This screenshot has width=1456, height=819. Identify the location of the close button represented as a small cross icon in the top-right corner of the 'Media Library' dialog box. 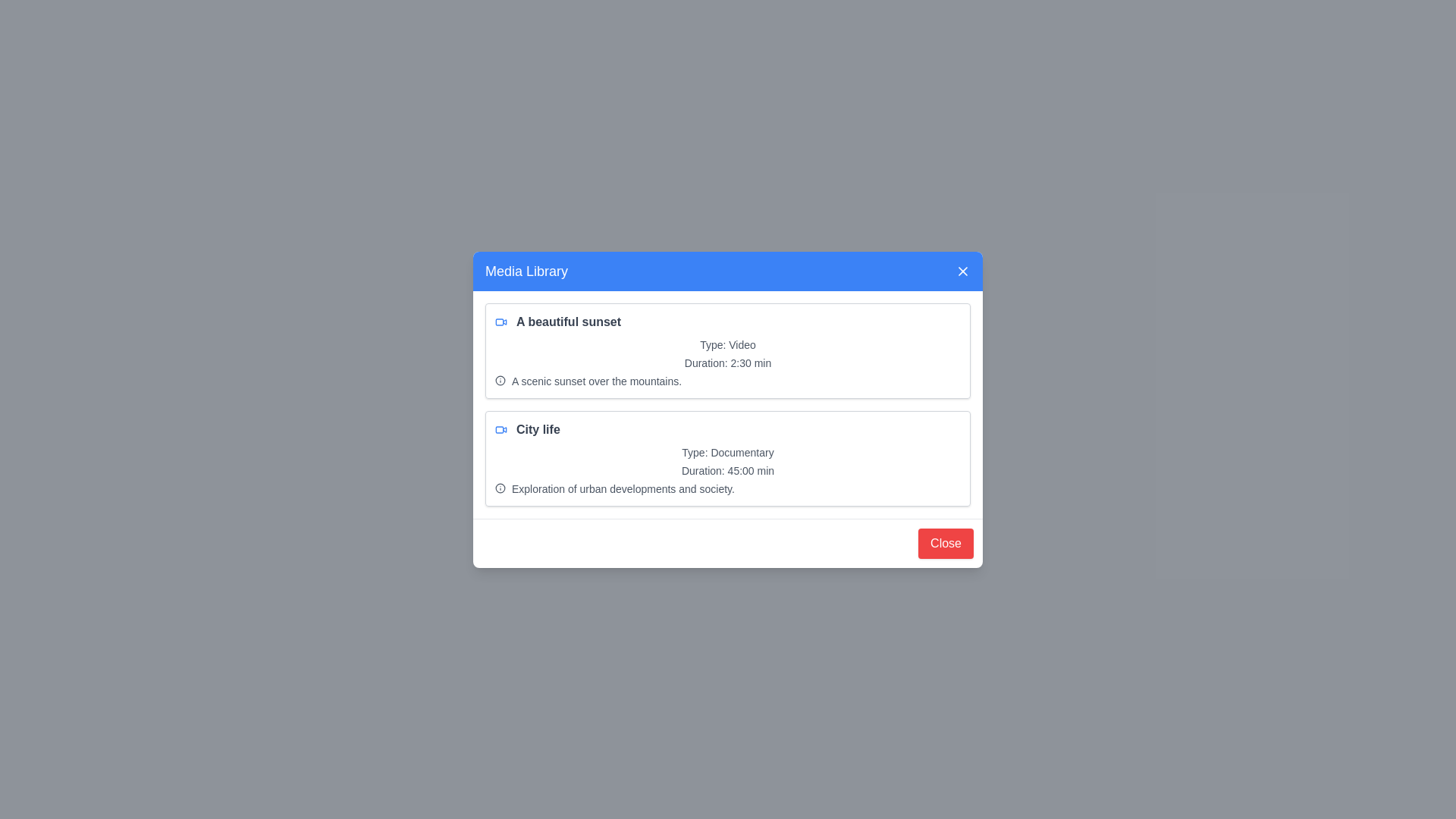
(962, 270).